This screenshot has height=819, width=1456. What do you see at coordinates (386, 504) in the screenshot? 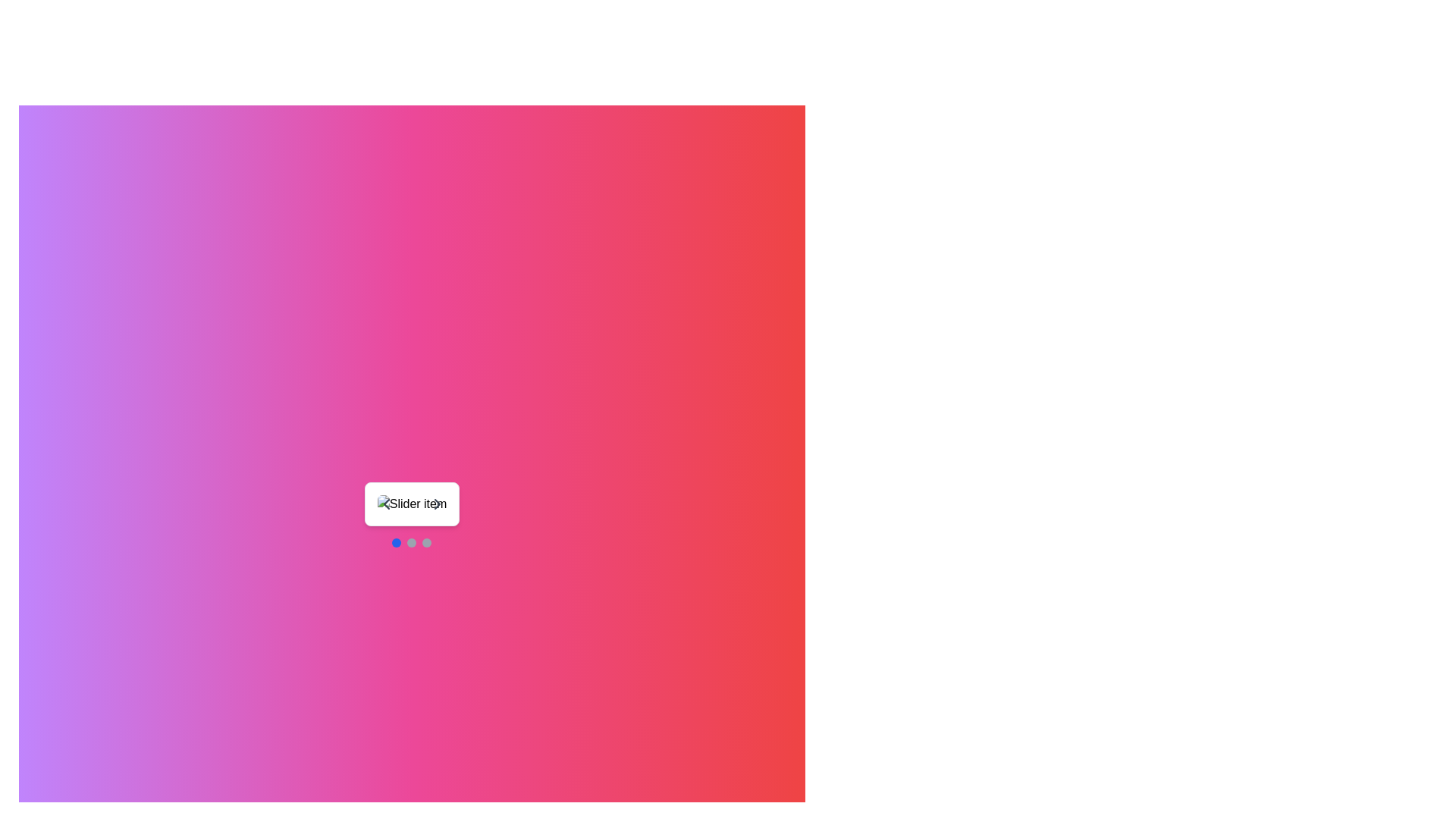
I see `the left navigation button represented as an SVG element` at bounding box center [386, 504].